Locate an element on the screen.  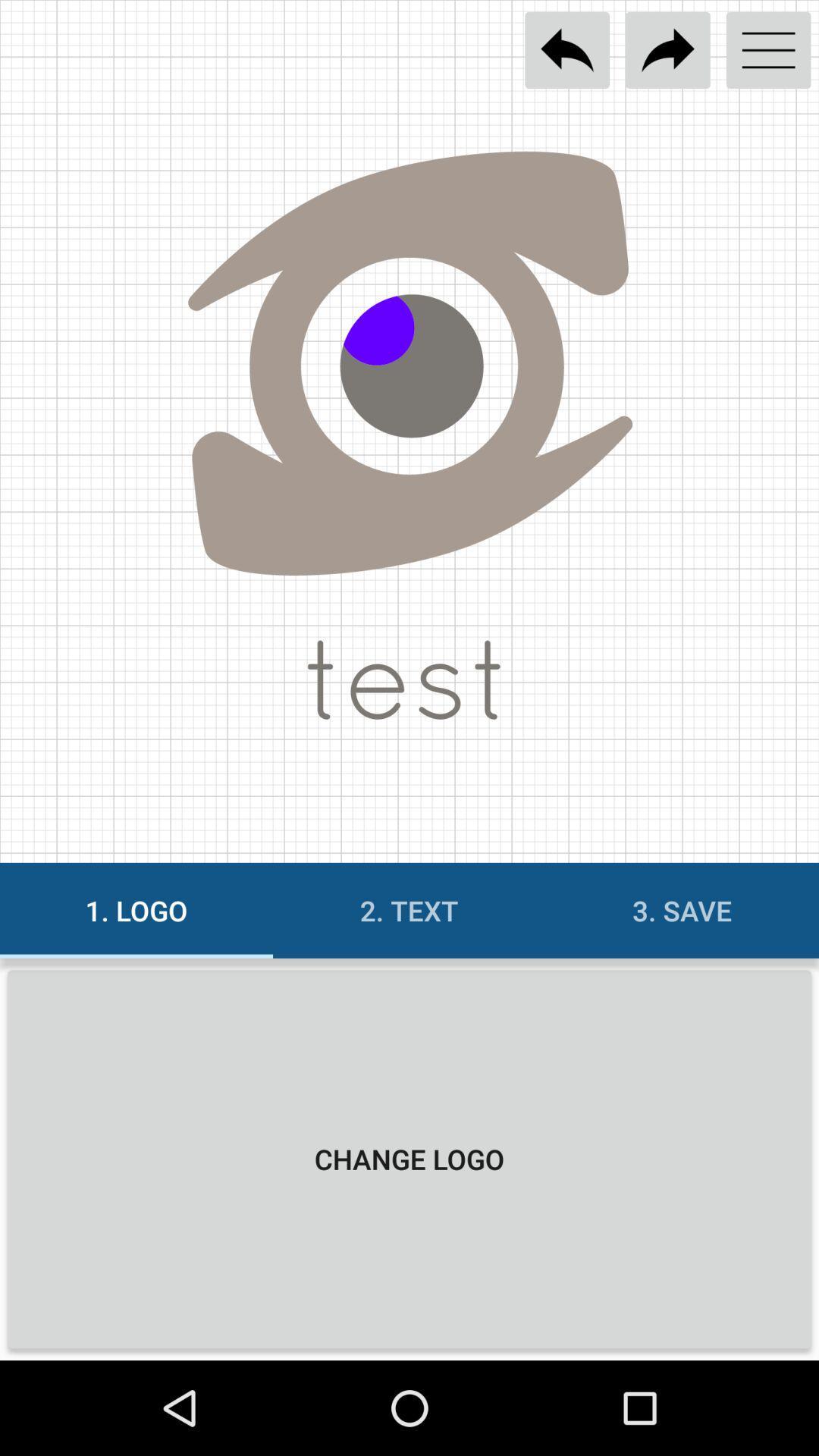
the menu icon is located at coordinates (768, 50).